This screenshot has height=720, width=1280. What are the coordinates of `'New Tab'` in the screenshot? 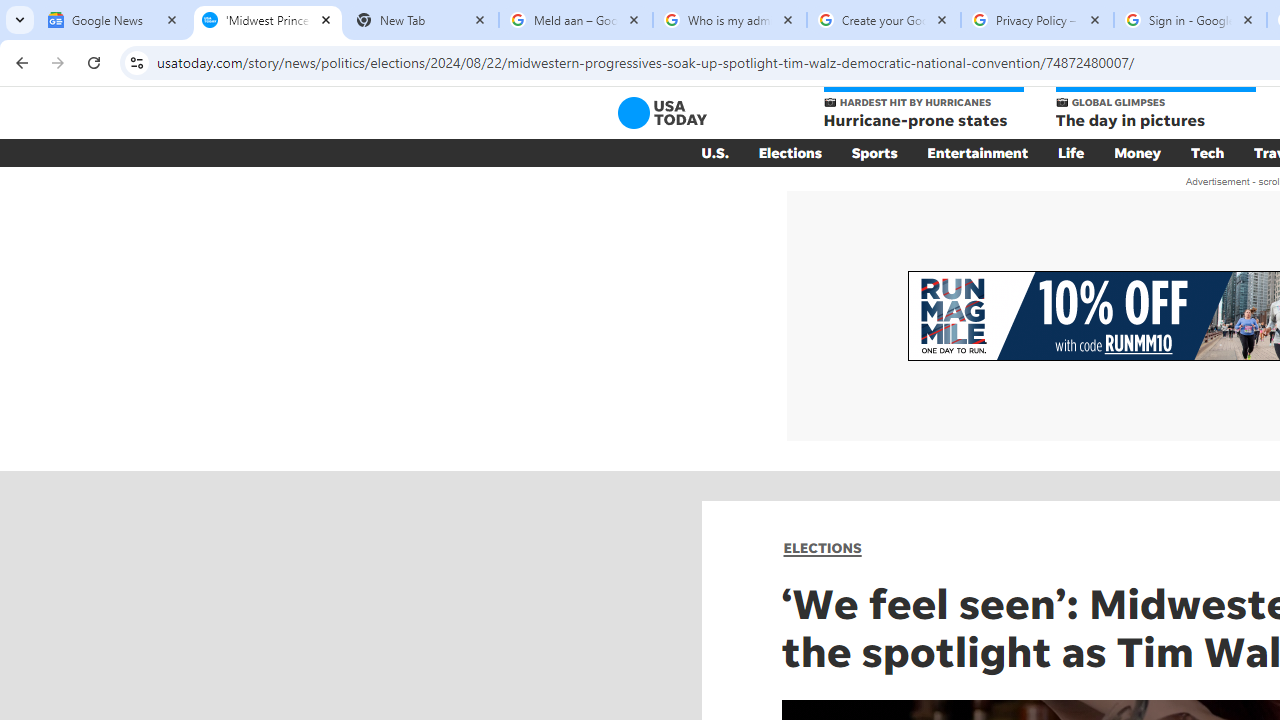 It's located at (420, 20).